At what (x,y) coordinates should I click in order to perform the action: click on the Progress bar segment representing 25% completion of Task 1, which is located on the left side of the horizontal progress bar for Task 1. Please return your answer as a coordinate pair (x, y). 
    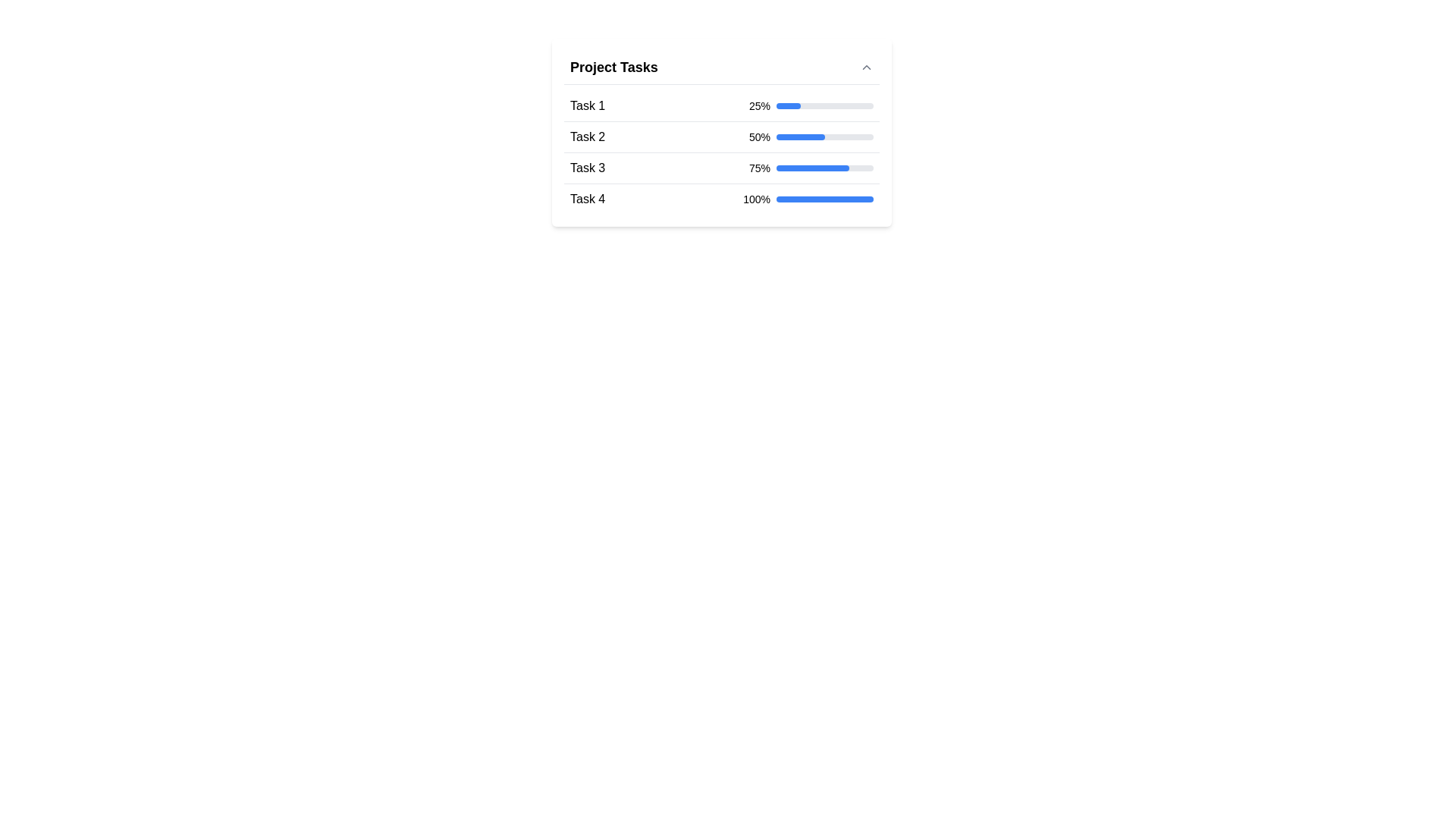
    Looking at the image, I should click on (789, 105).